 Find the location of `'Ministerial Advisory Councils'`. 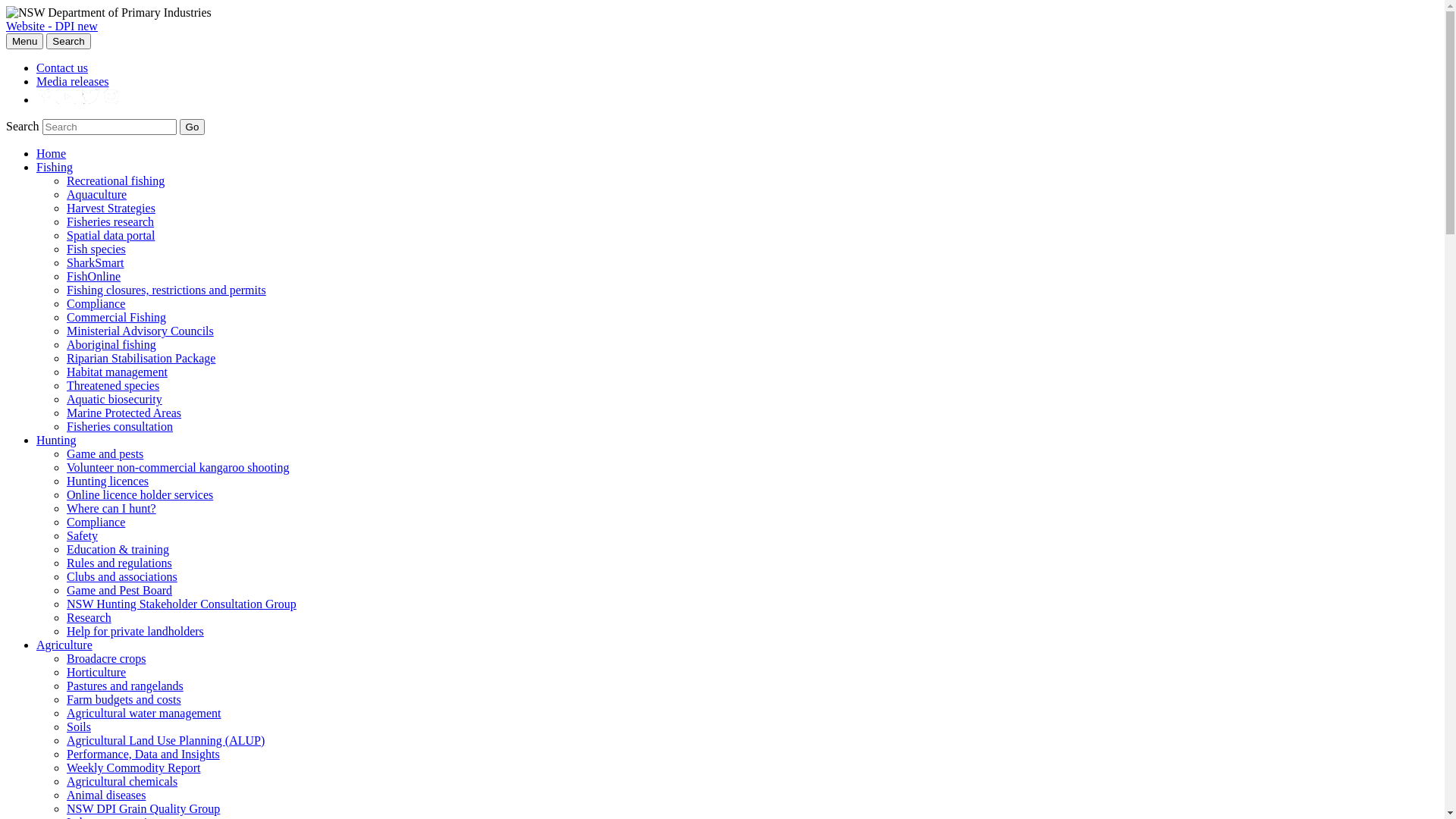

'Ministerial Advisory Councils' is located at coordinates (65, 330).